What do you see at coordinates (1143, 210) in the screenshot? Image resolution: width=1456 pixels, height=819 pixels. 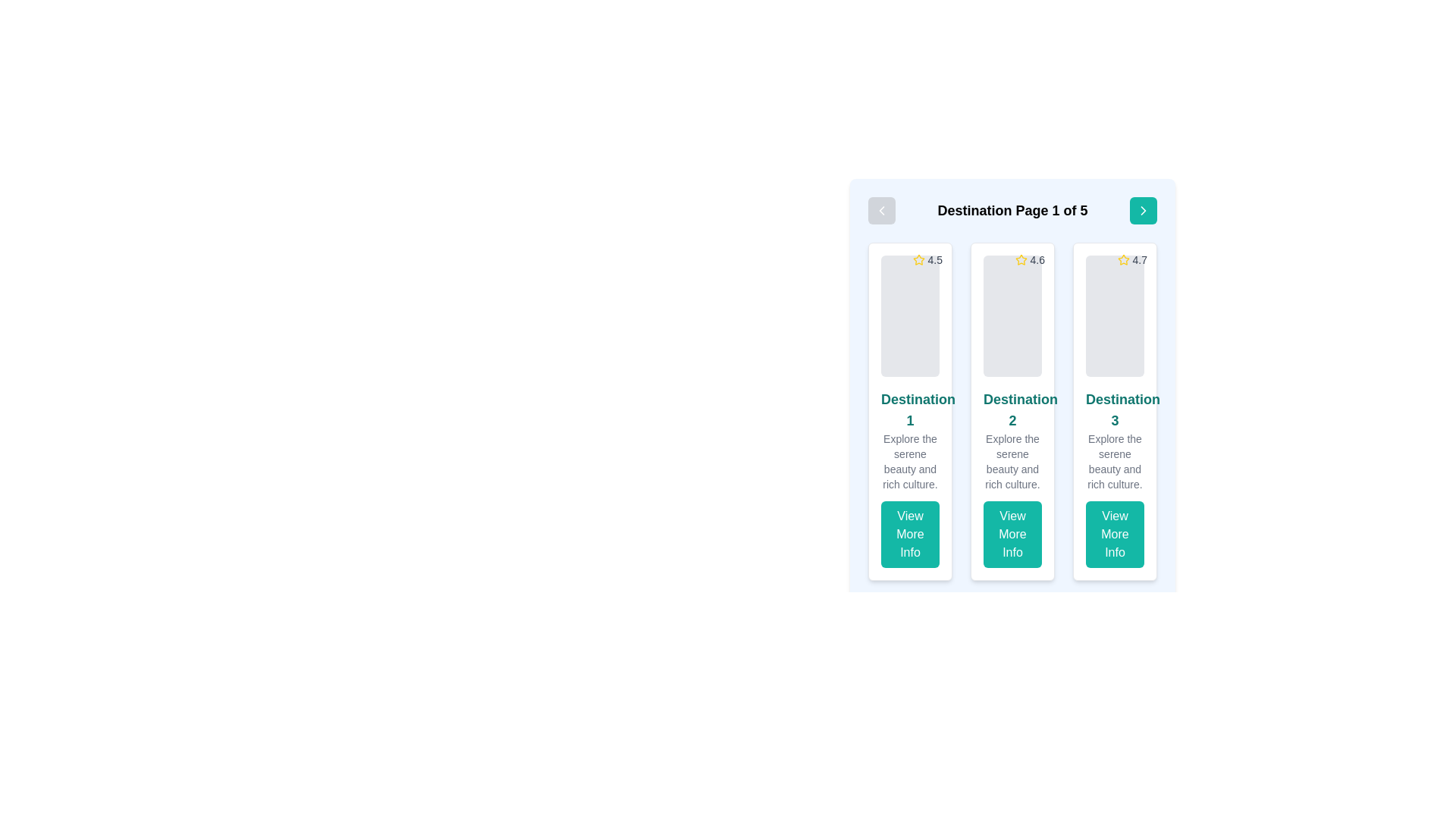 I see `the right-facing chevron arrow icon located at the top-right corner of the interface, which is part of the button near the navigation label 'Destination Page 1 of 5'` at bounding box center [1143, 210].